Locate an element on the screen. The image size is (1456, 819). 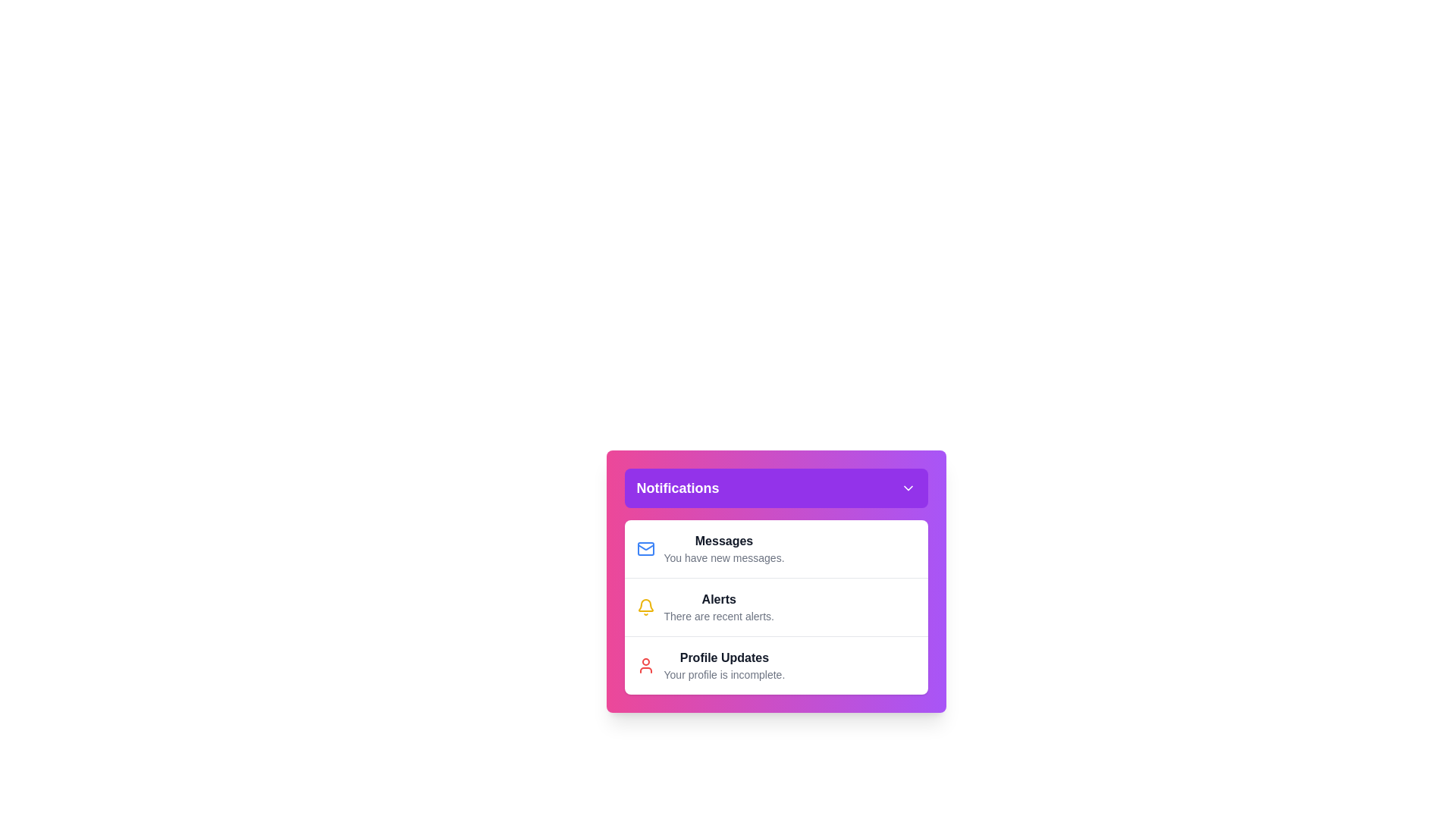
the informative text that indicates the presence of new messages, which is located under the 'Messages' title and beside a mail icon is located at coordinates (723, 558).